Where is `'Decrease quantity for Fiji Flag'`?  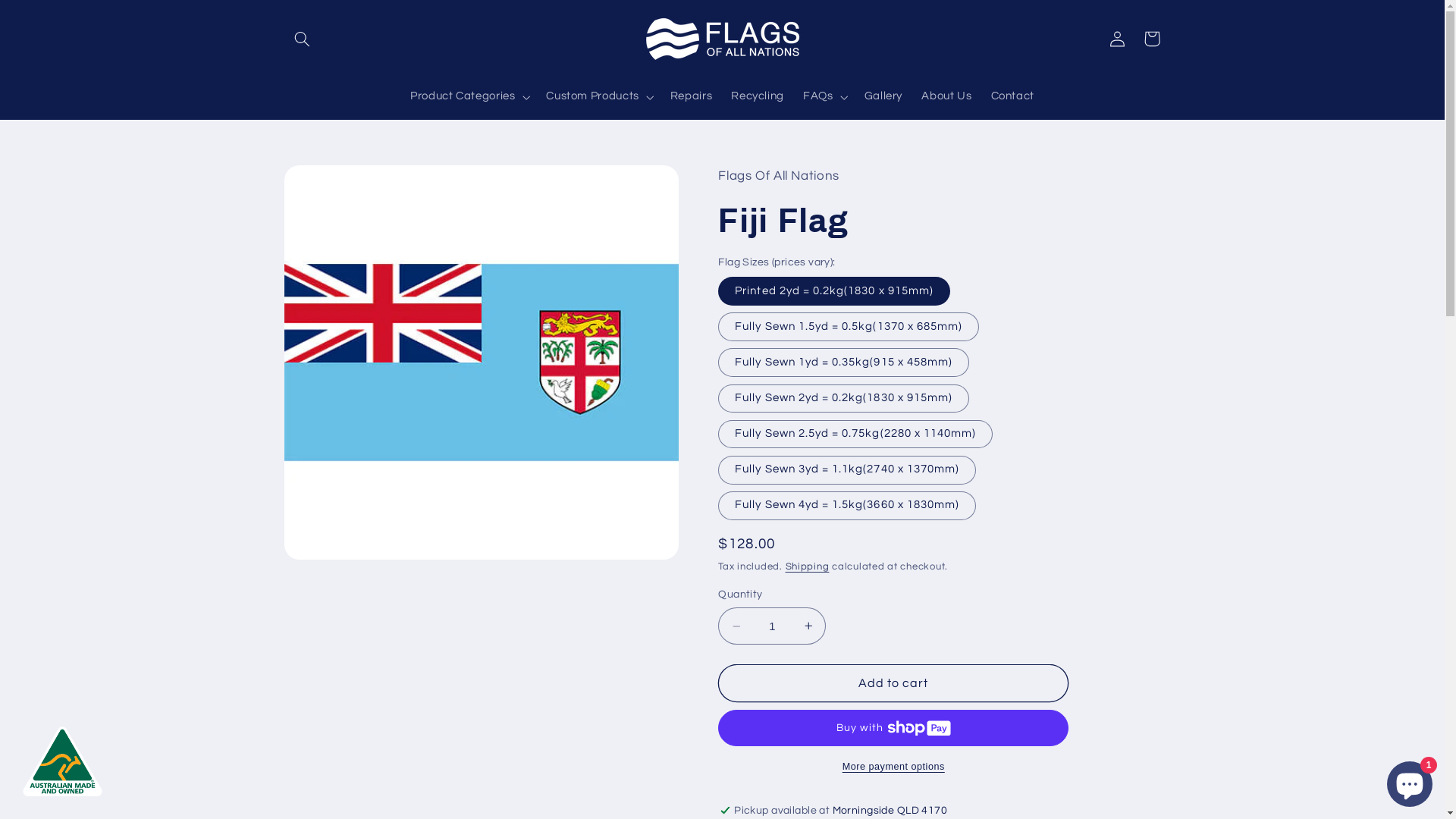
'Decrease quantity for Fiji Flag' is located at coordinates (736, 626).